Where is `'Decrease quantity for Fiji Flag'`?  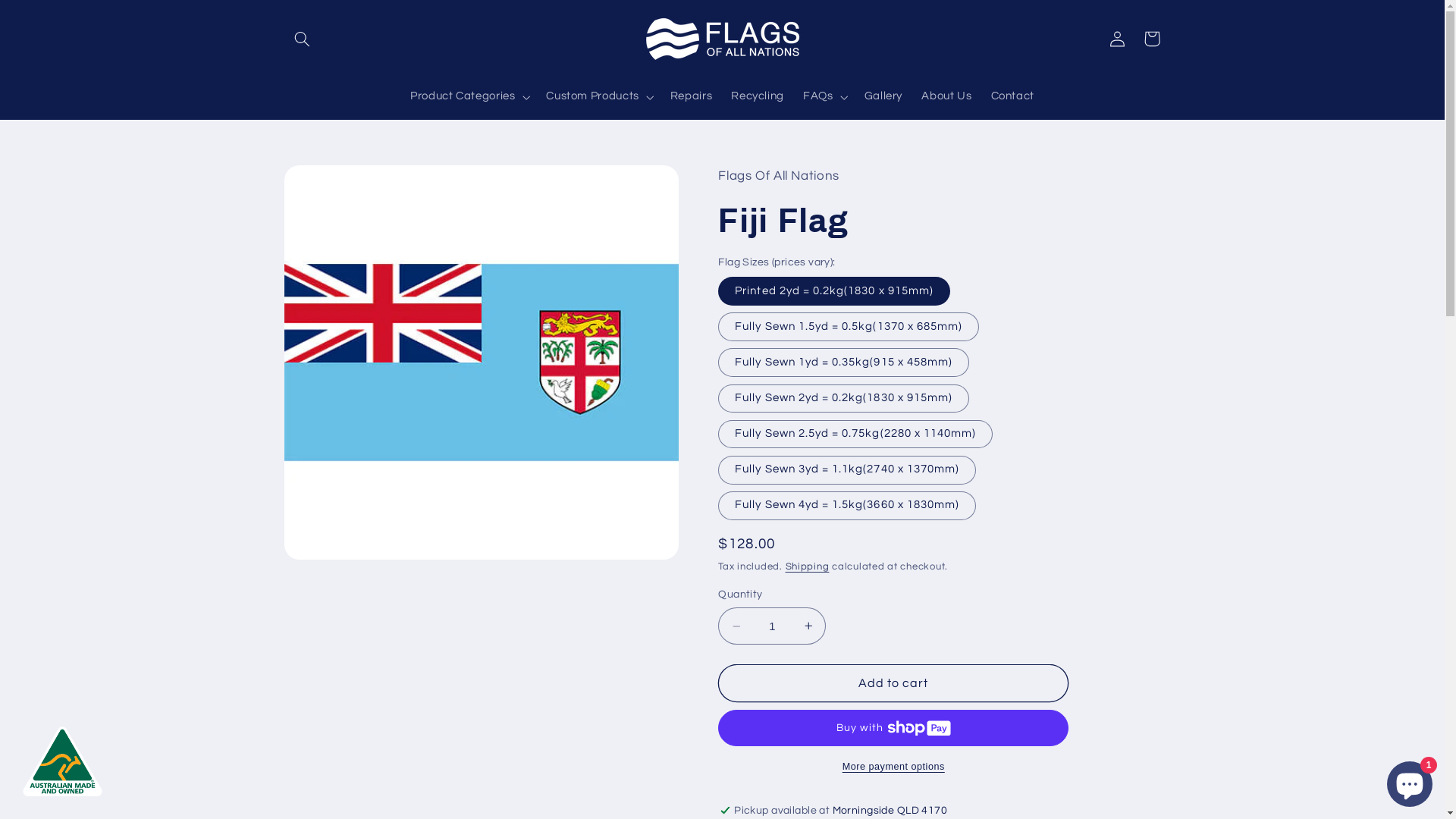
'Decrease quantity for Fiji Flag' is located at coordinates (736, 626).